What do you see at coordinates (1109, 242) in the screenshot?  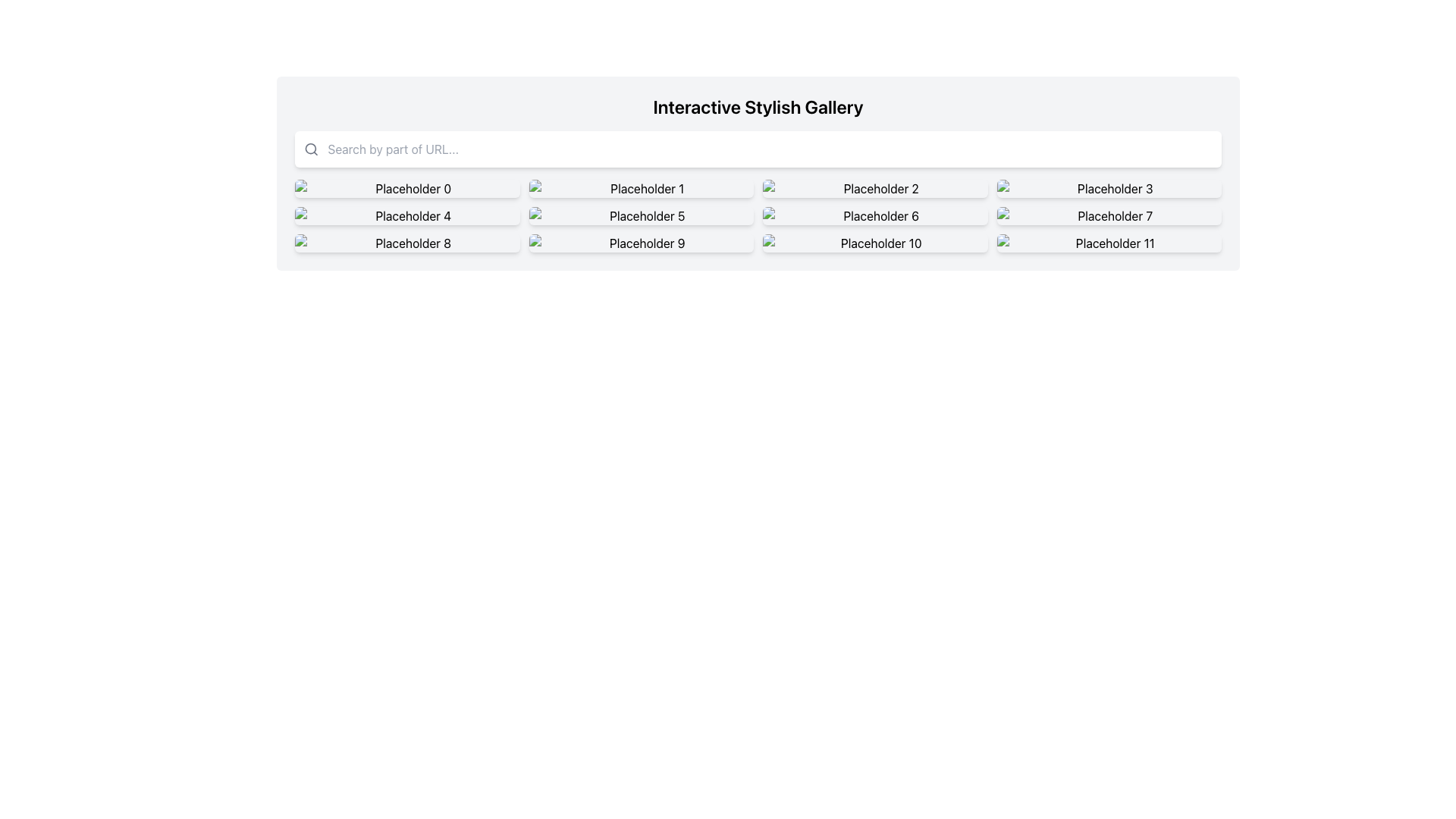 I see `the image with a text label located` at bounding box center [1109, 242].